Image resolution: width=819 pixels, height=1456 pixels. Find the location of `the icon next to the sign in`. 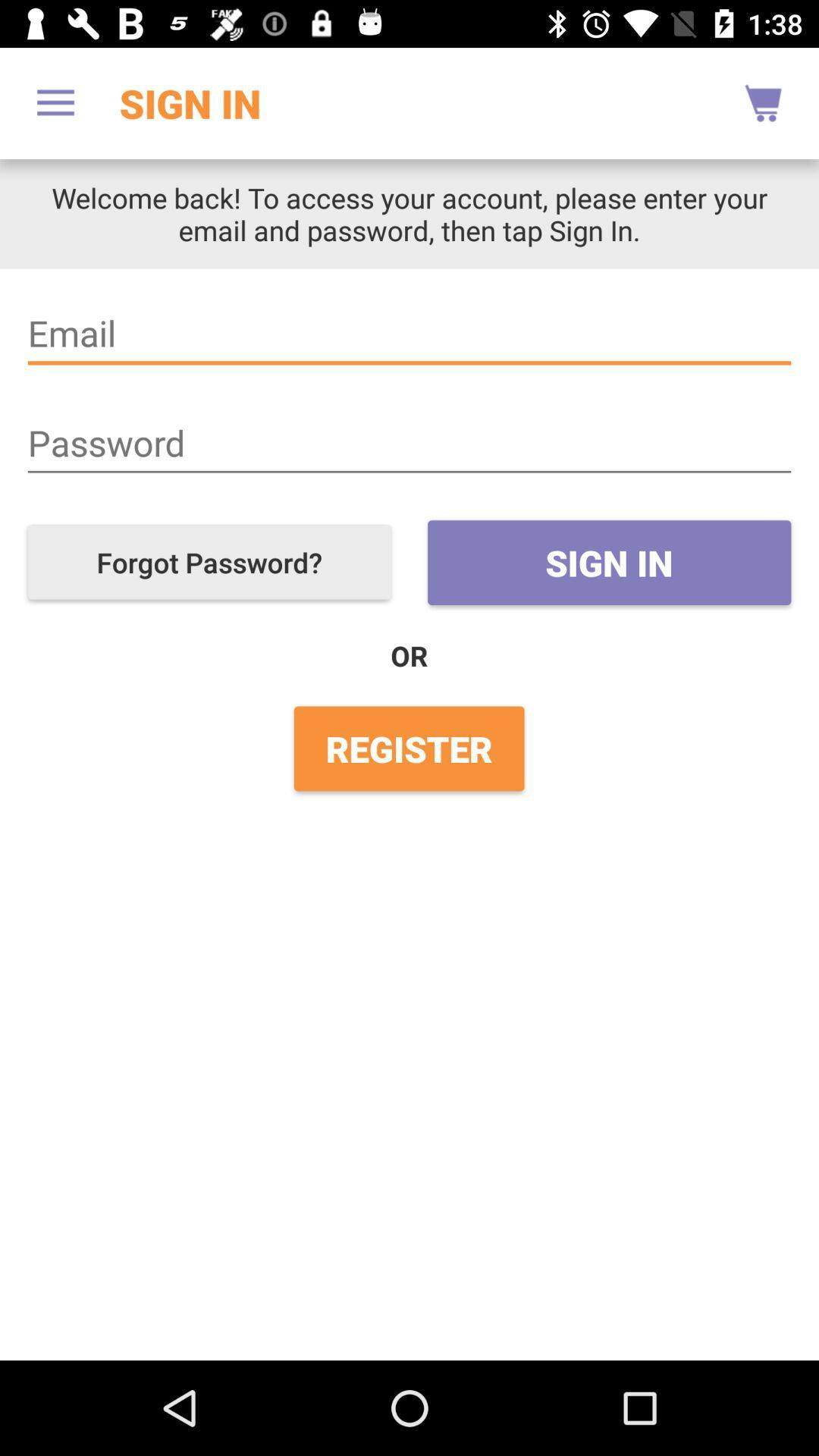

the icon next to the sign in is located at coordinates (209, 561).